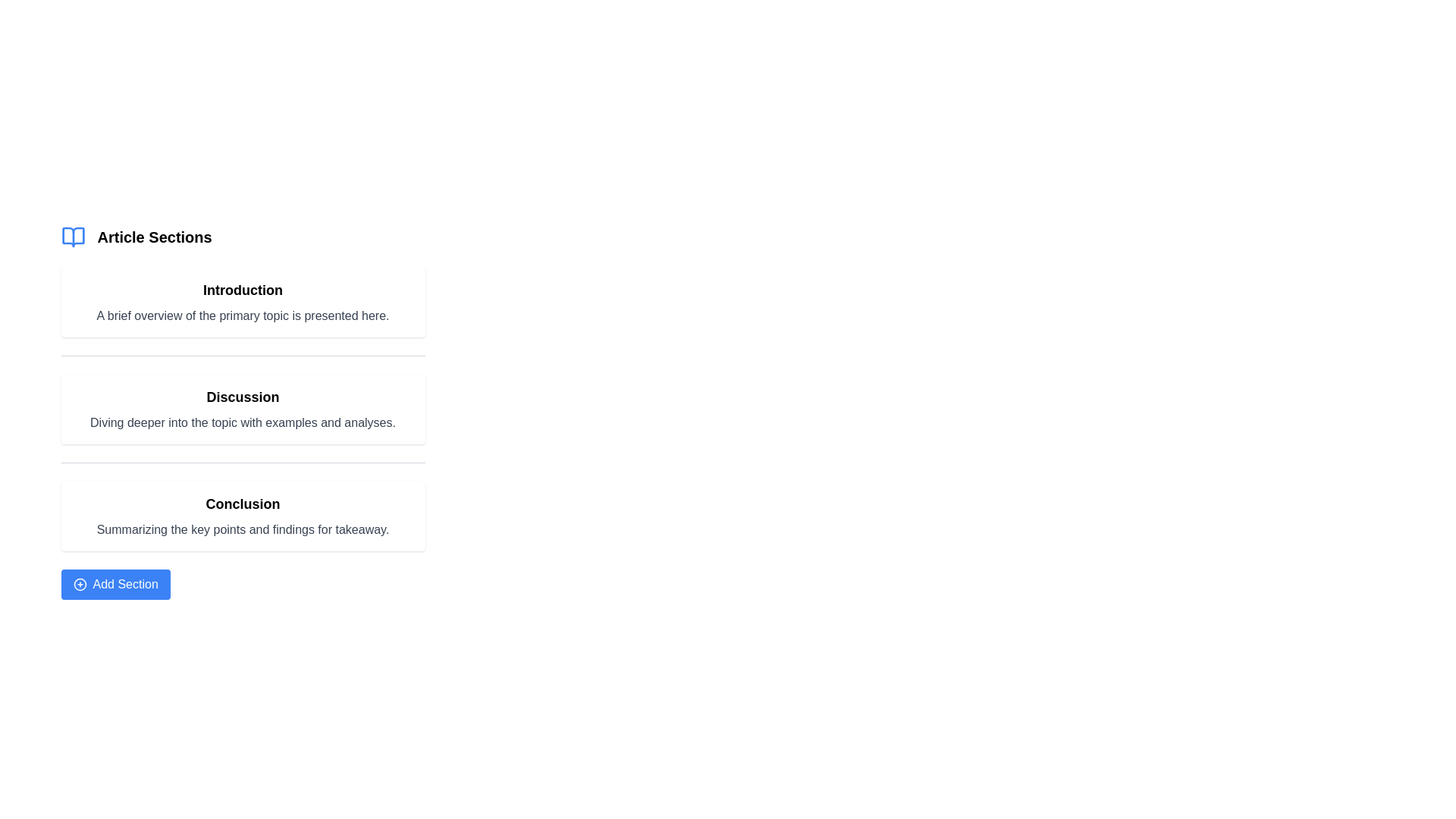  Describe the element at coordinates (243, 423) in the screenshot. I see `detailed explanation text located directly beneath the 'Discussion' title, which is in a rounded box with a shadow effect` at that location.